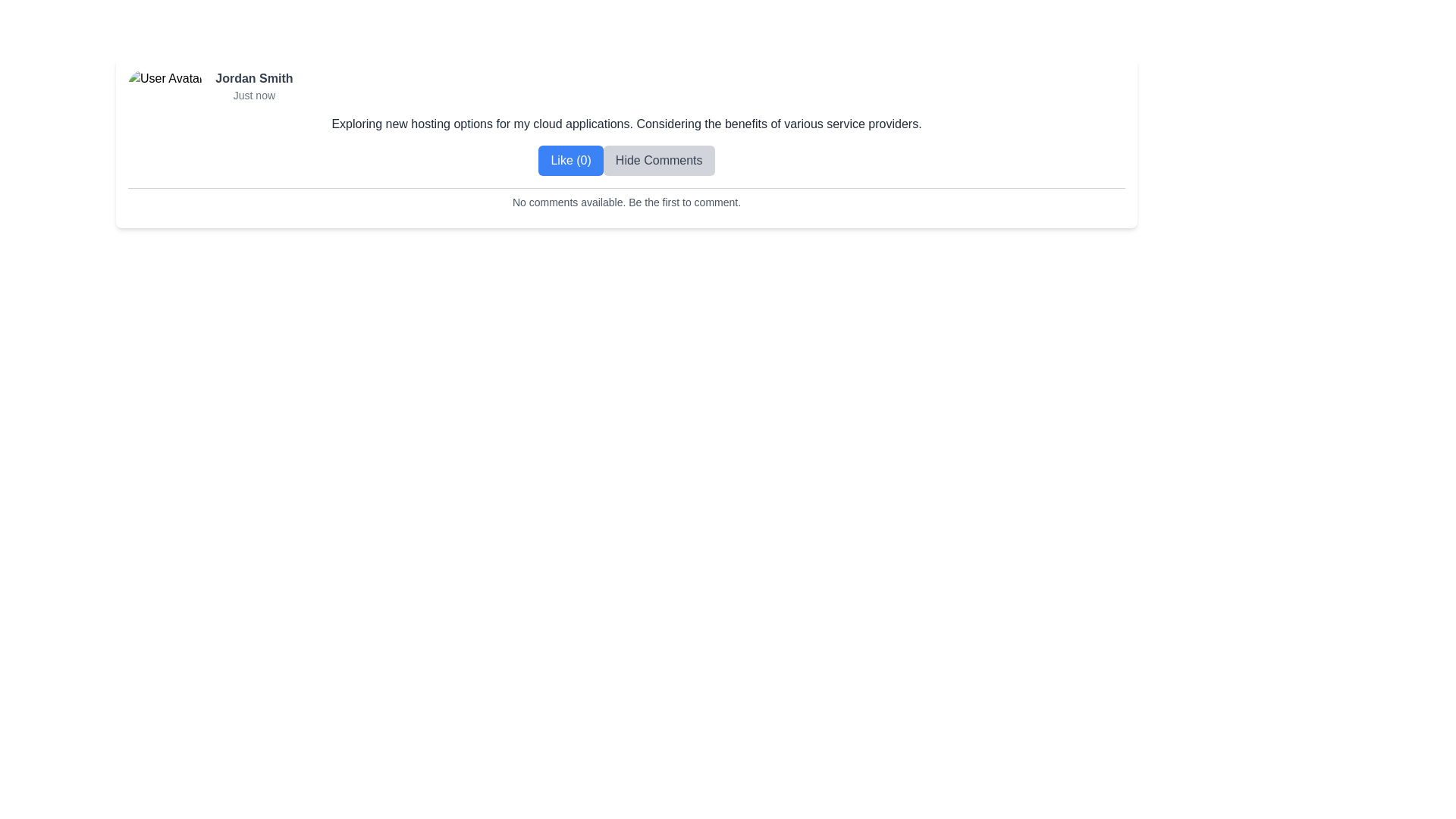 The image size is (1456, 819). What do you see at coordinates (626, 201) in the screenshot?
I see `the Text Display element that states 'No comments available. Be the first to comment.' which is styled in a small, gray font and located below a horizontal border line` at bounding box center [626, 201].